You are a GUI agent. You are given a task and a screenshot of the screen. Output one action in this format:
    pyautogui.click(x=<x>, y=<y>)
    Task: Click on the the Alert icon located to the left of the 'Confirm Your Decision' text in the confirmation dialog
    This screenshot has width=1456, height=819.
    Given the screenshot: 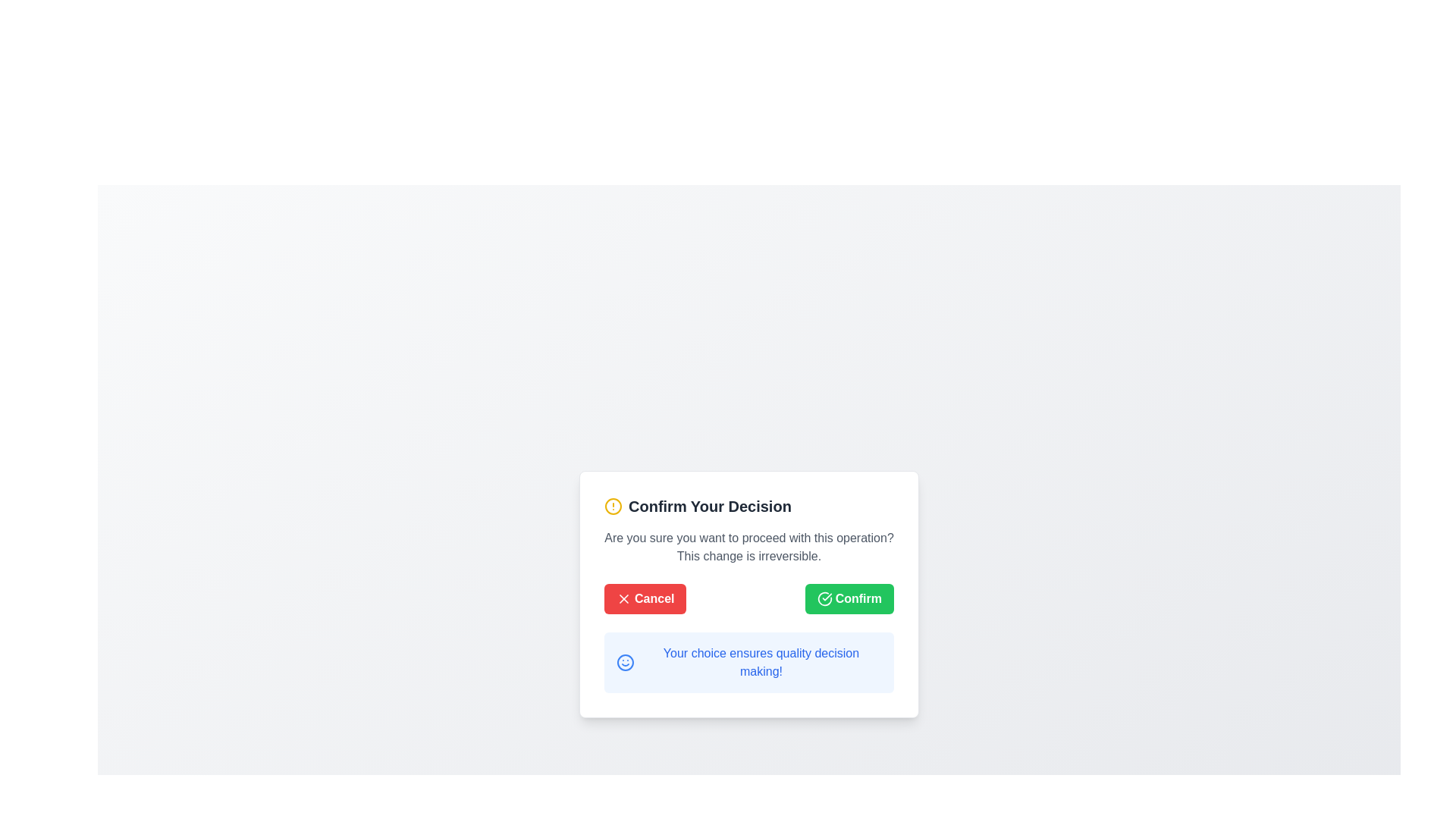 What is the action you would take?
    pyautogui.click(x=613, y=506)
    